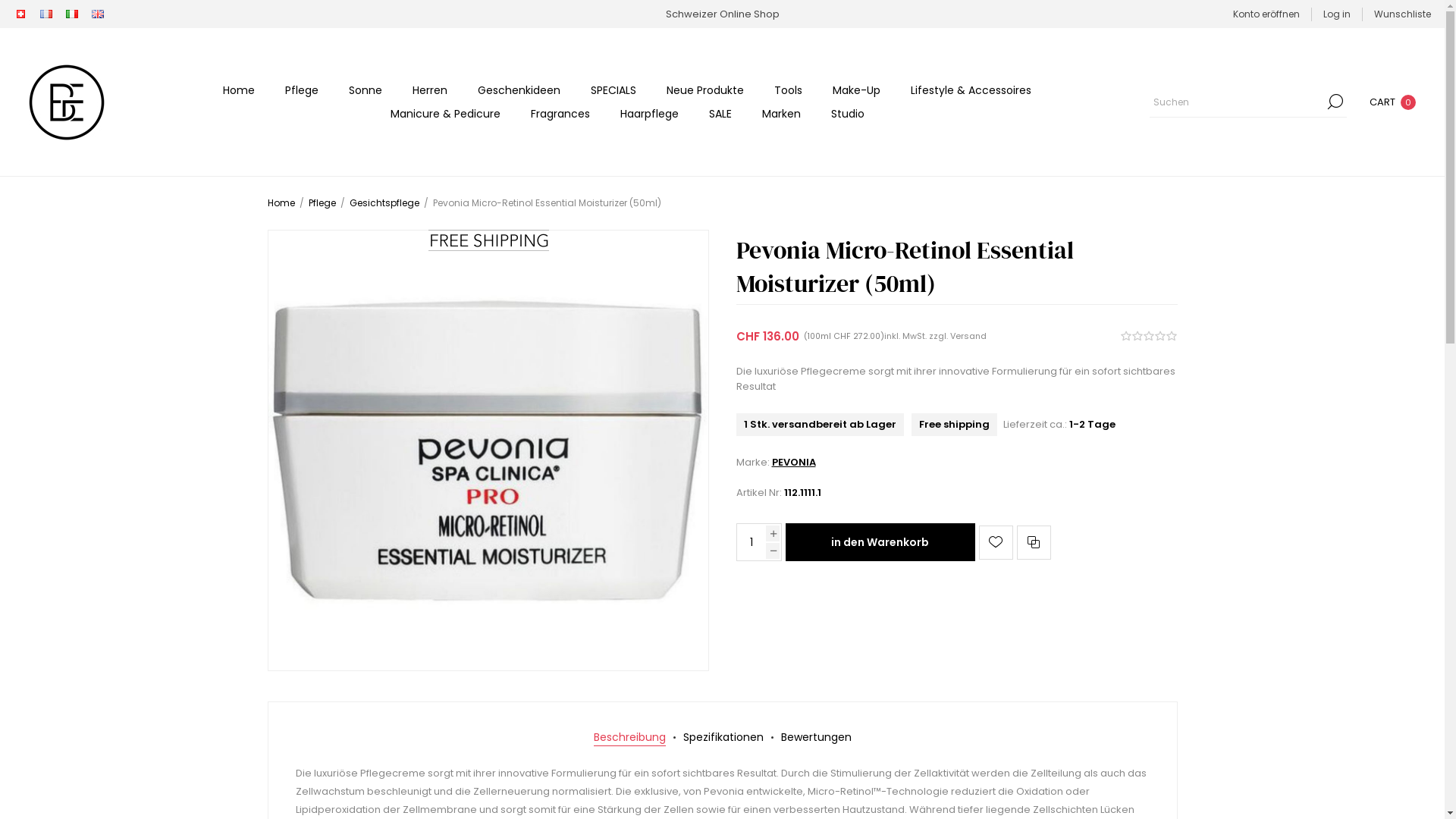 This screenshot has height=819, width=1456. I want to click on 'IT', so click(59, 14).